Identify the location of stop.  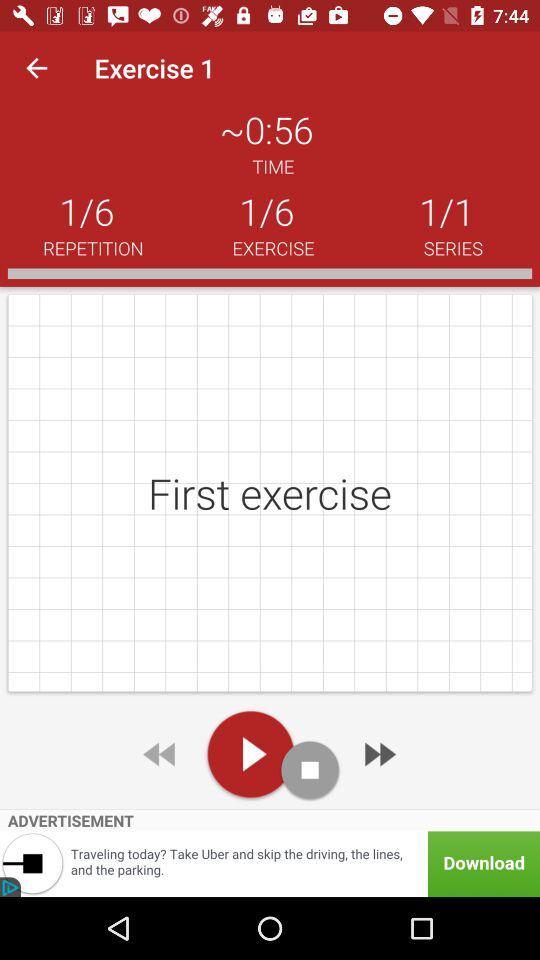
(310, 769).